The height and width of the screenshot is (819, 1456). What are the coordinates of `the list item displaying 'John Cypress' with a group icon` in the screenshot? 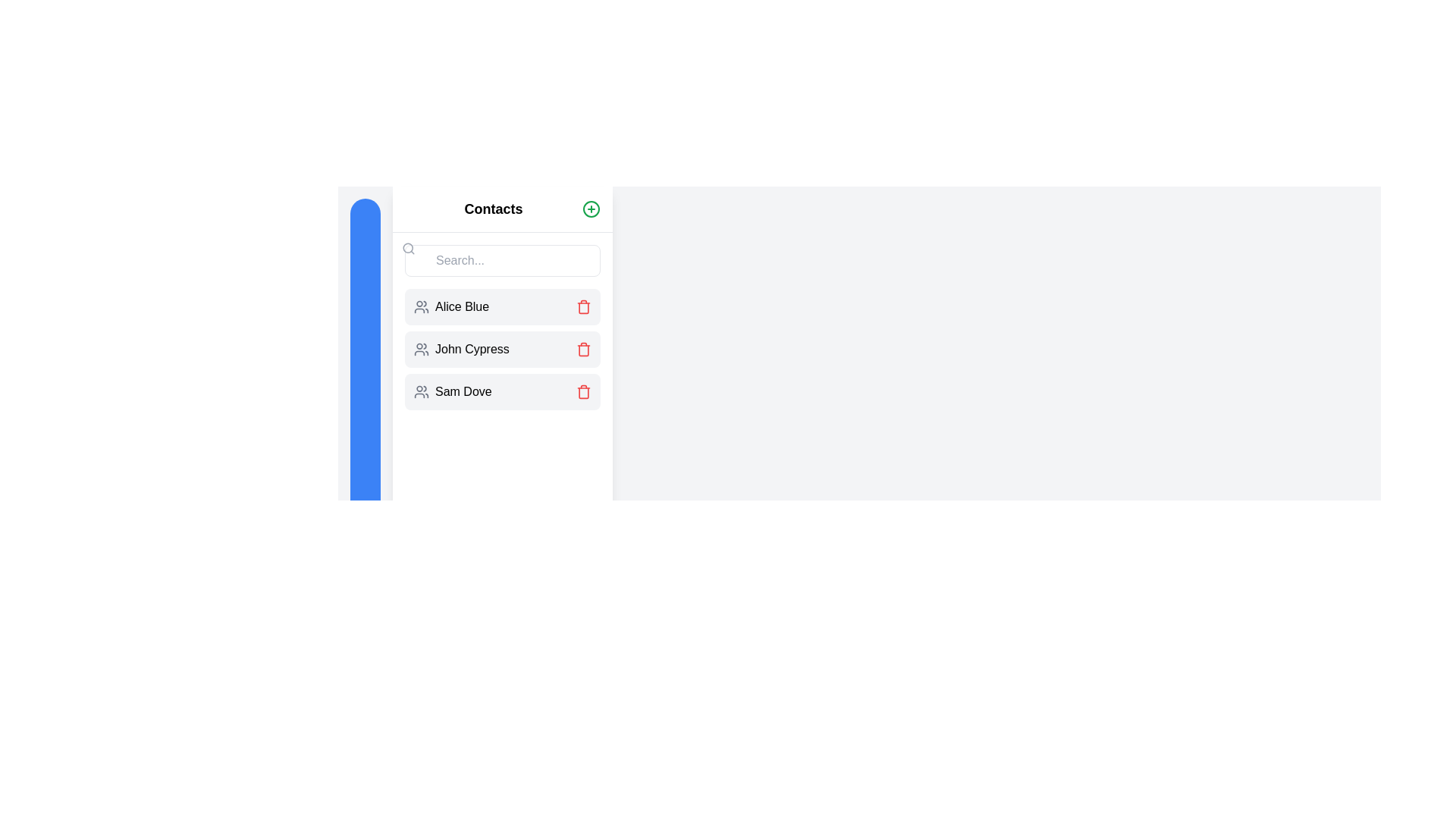 It's located at (502, 350).